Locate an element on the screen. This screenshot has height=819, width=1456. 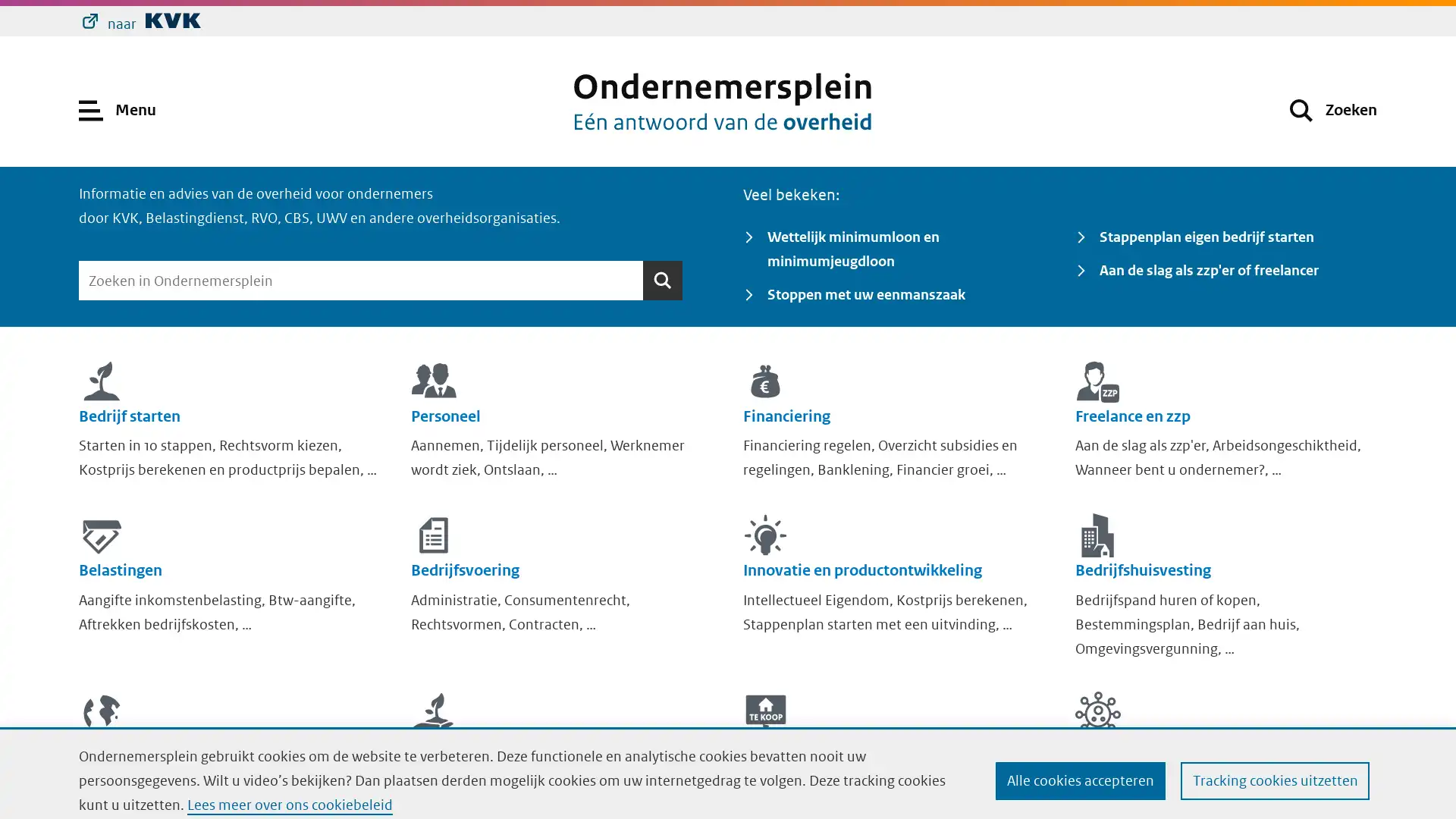
Tracking cookies uitzetten is located at coordinates (1274, 767).